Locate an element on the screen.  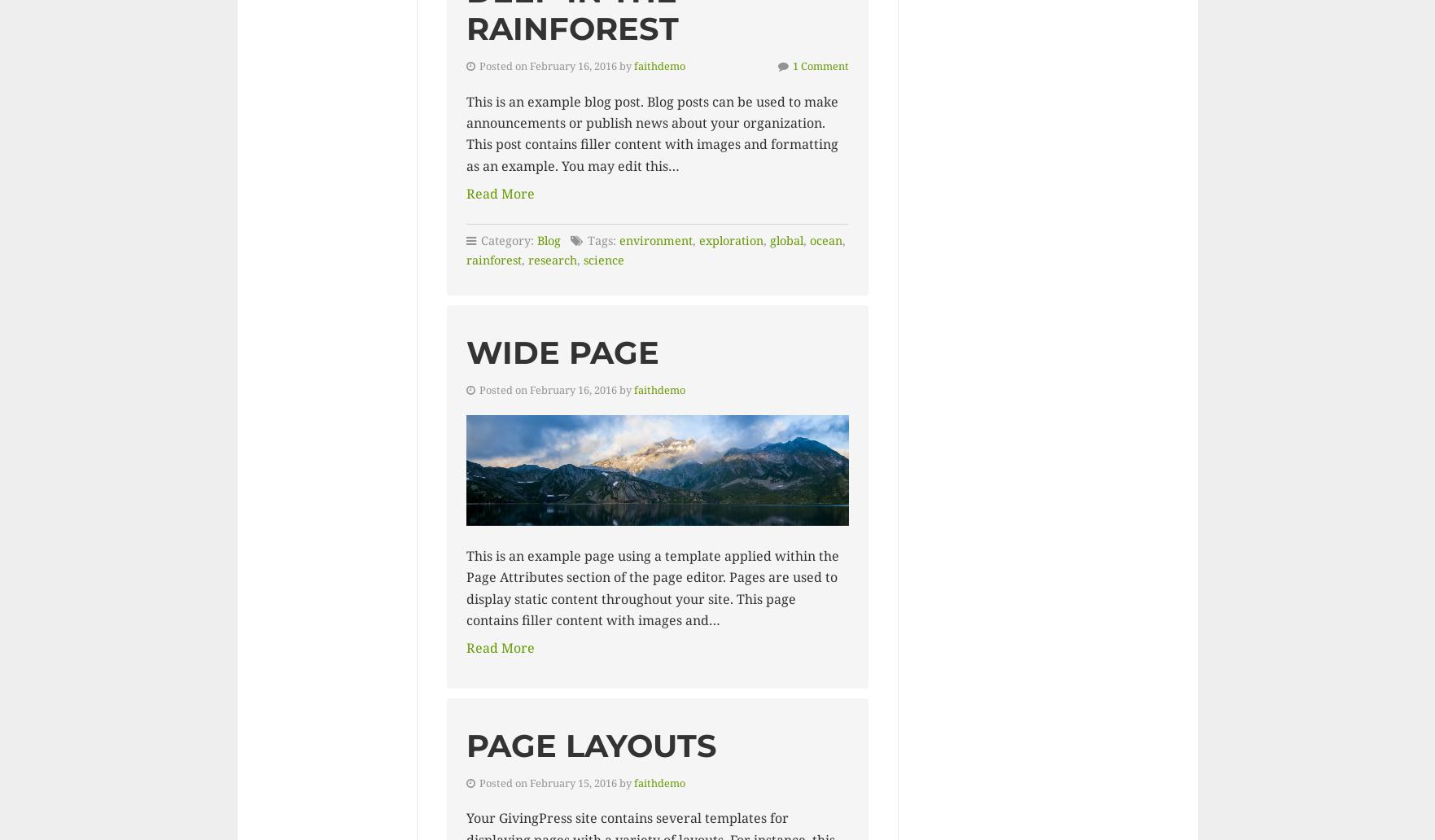
'research' is located at coordinates (527, 260).